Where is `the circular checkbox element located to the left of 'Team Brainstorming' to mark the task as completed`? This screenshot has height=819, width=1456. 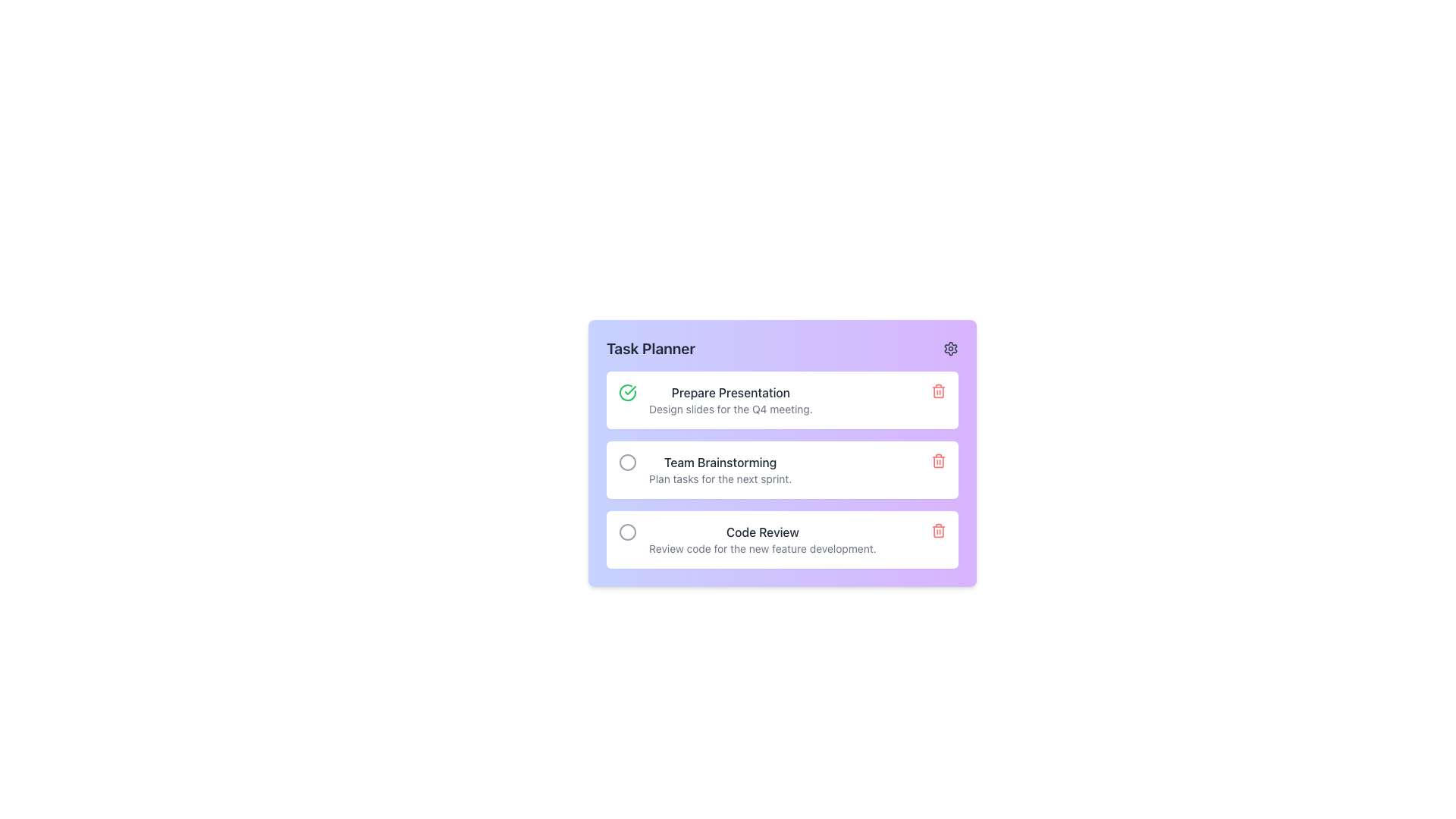
the circular checkbox element located to the left of 'Team Brainstorming' to mark the task as completed is located at coordinates (628, 461).